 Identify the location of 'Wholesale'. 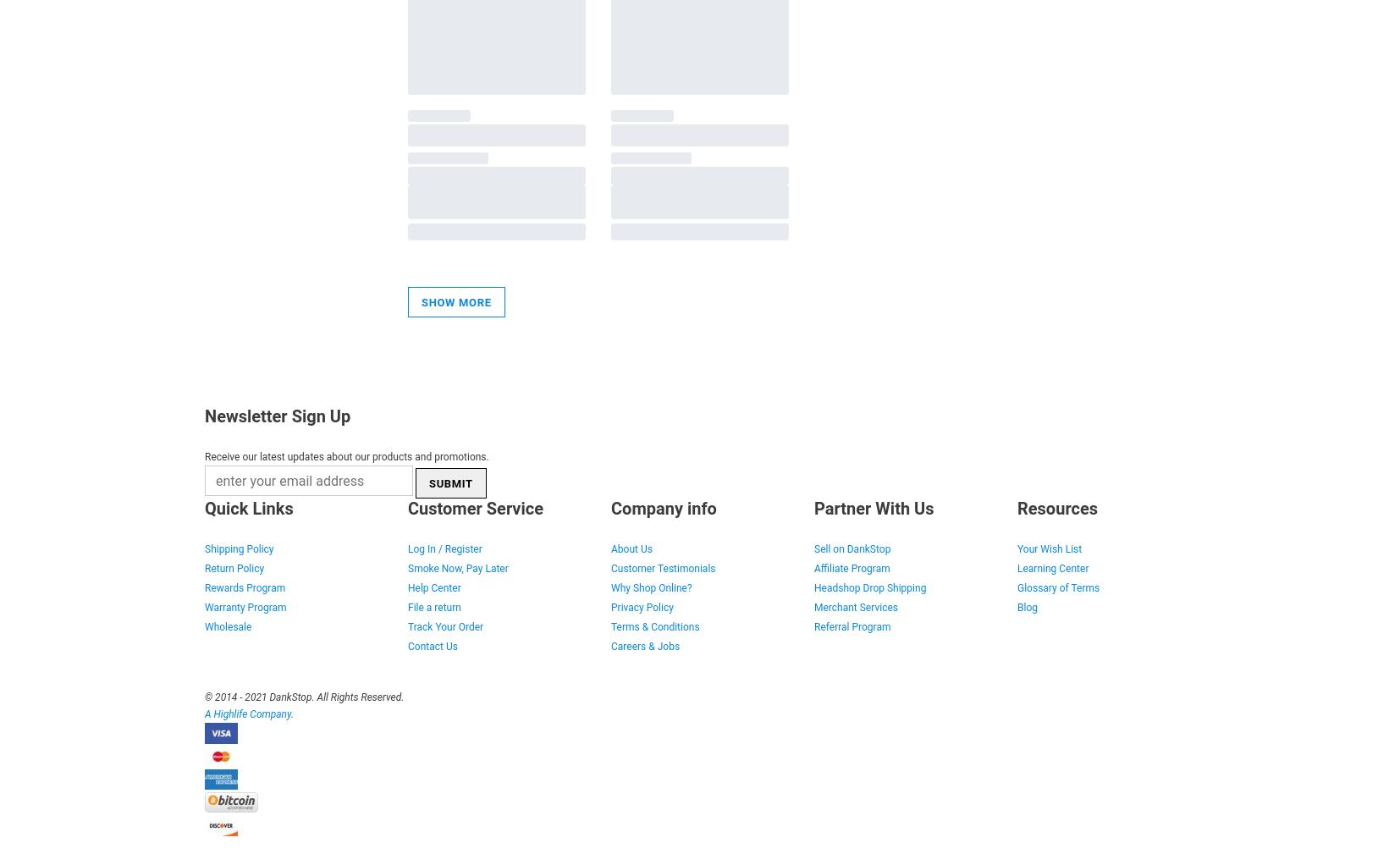
(227, 627).